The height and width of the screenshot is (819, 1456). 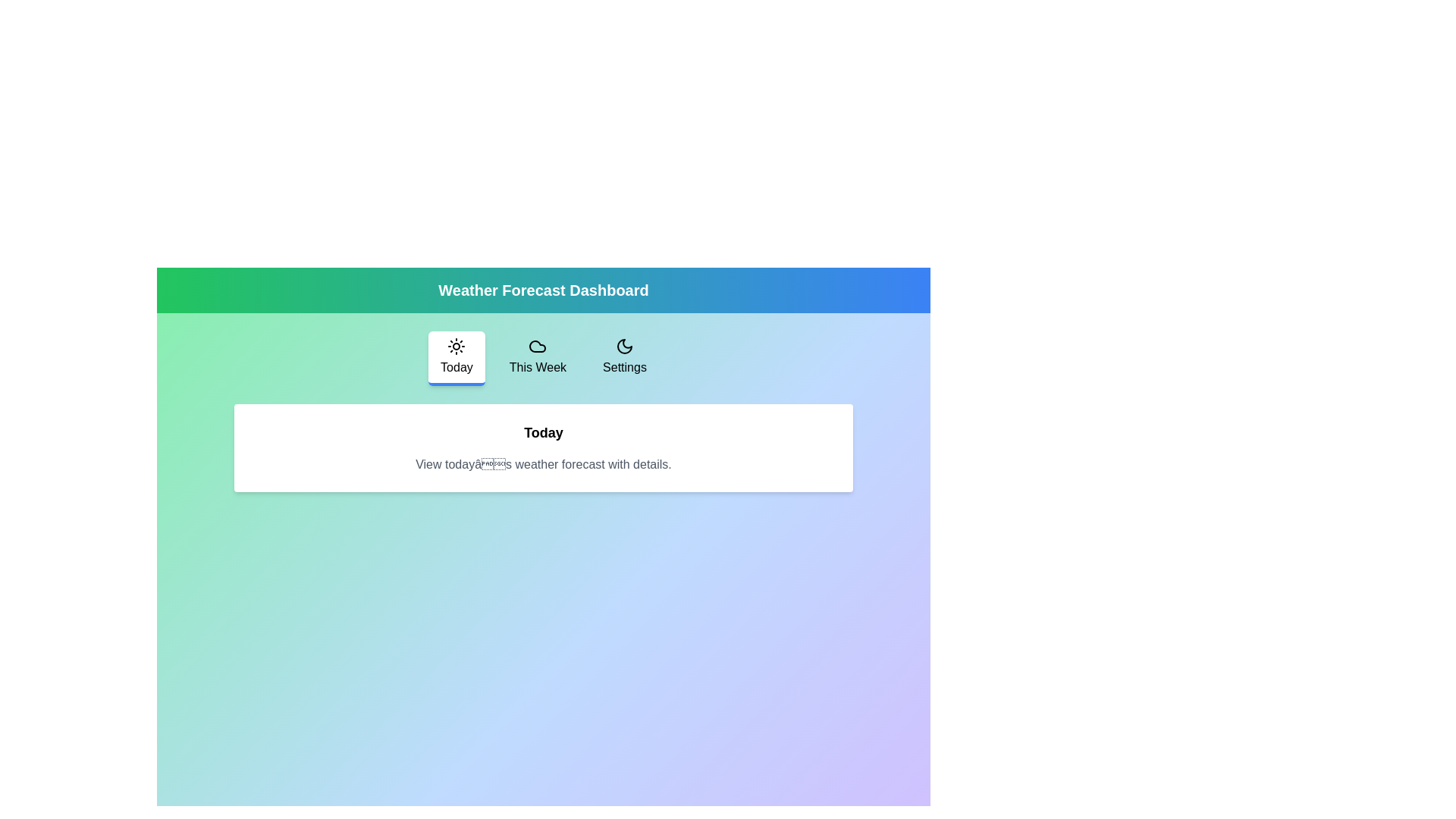 I want to click on the tab labeled This Week to navigate to it, so click(x=538, y=359).